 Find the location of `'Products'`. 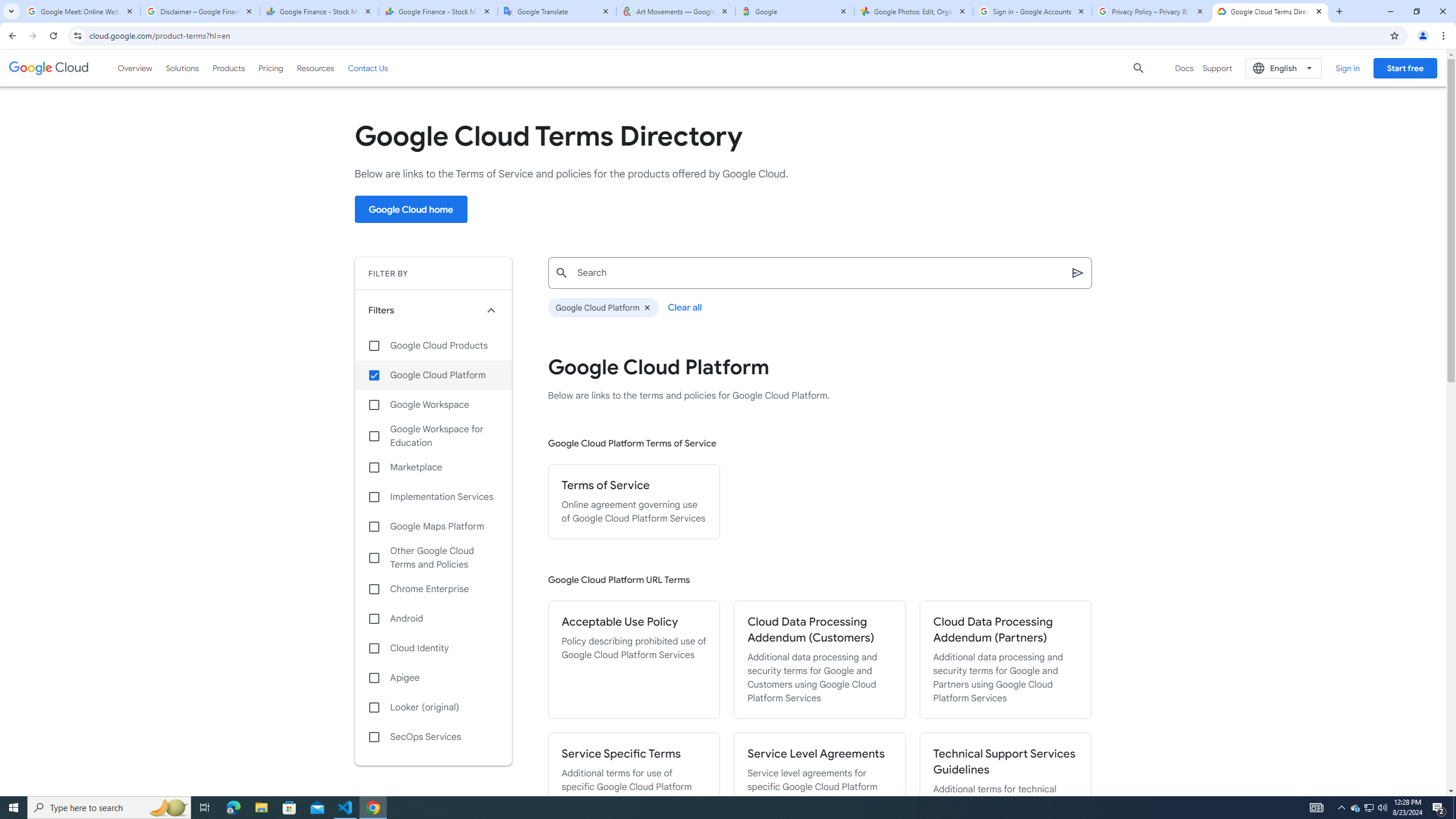

'Products' is located at coordinates (227, 67).